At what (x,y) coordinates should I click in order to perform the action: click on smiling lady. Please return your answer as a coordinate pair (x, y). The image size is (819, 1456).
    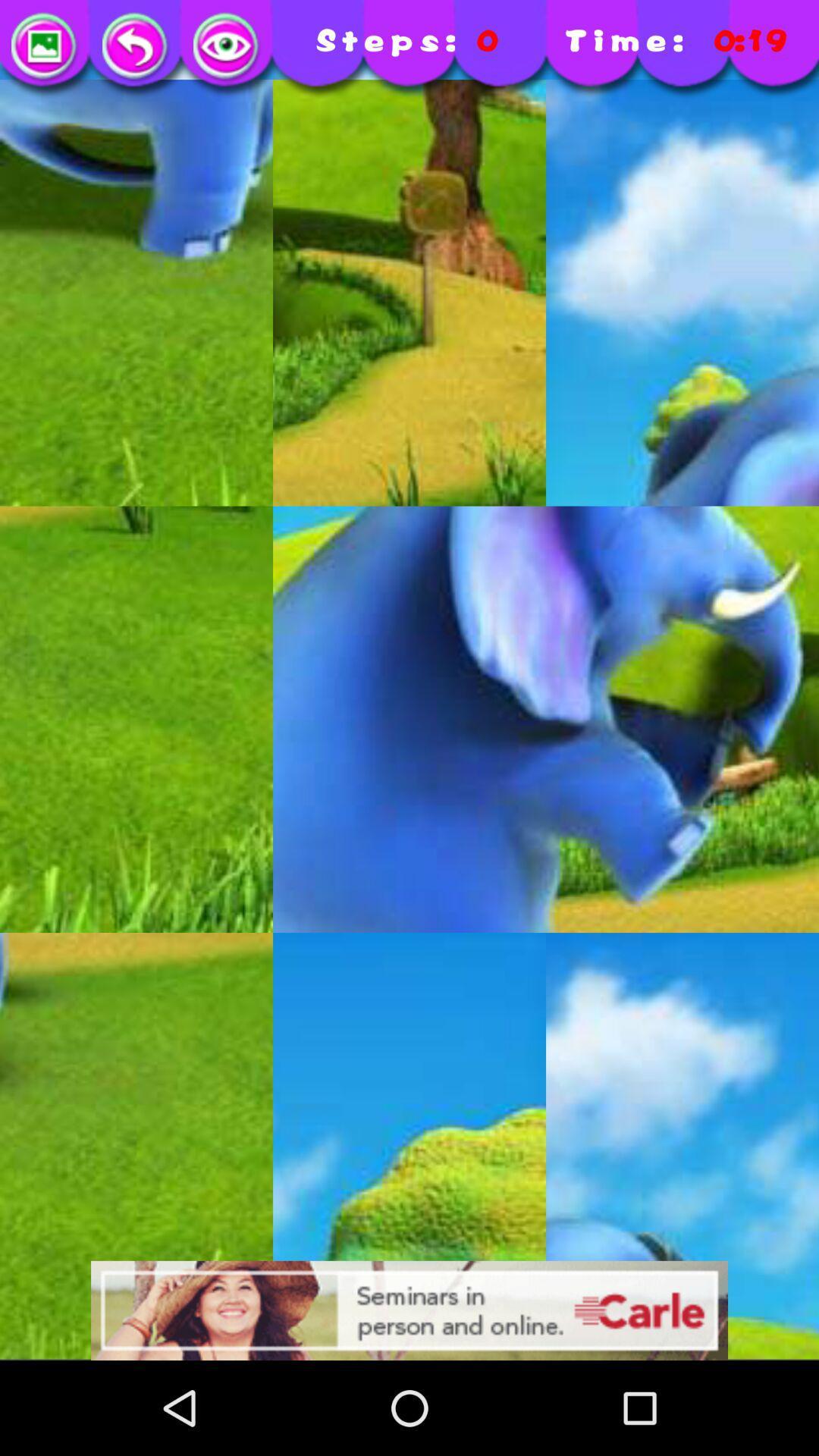
    Looking at the image, I should click on (409, 1310).